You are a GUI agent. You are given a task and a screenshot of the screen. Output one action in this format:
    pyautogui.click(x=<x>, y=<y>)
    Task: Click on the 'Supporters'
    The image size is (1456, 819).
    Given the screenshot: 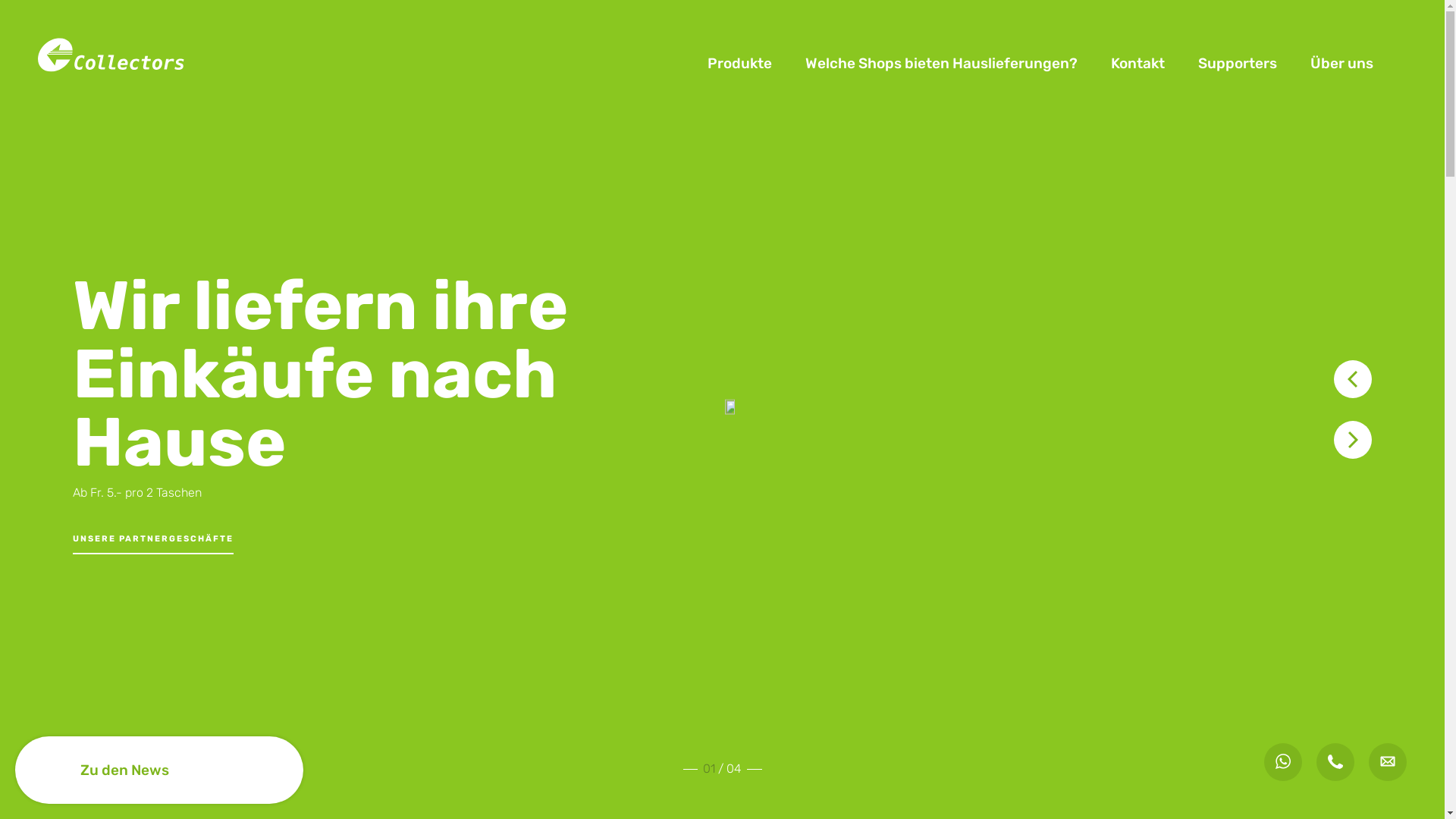 What is the action you would take?
    pyautogui.click(x=1238, y=63)
    